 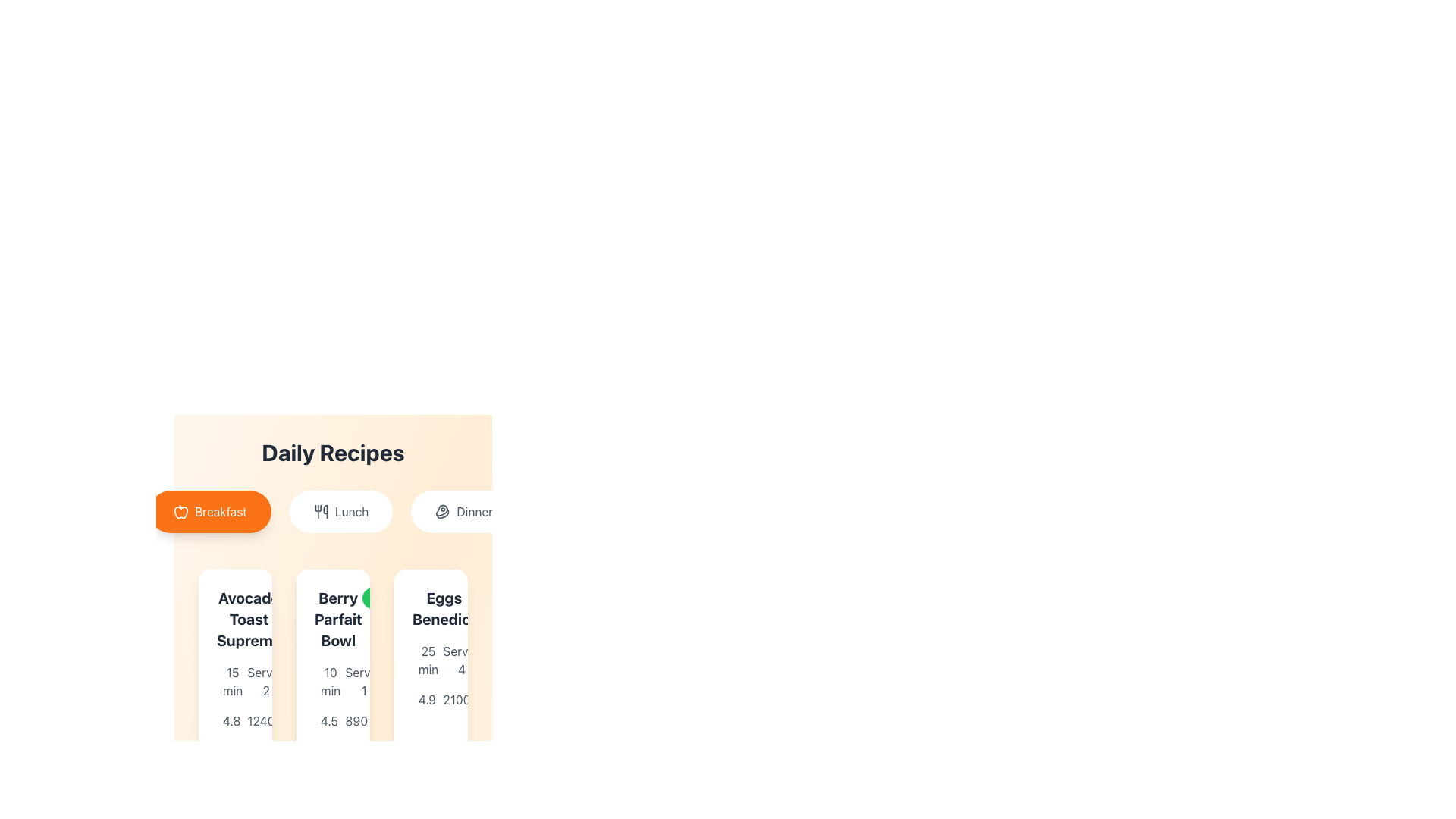 What do you see at coordinates (430, 657) in the screenshot?
I see `the 'Eggs Benedict' card component located in the bottom-right quadrant of the 'Daily Recipes' section` at bounding box center [430, 657].